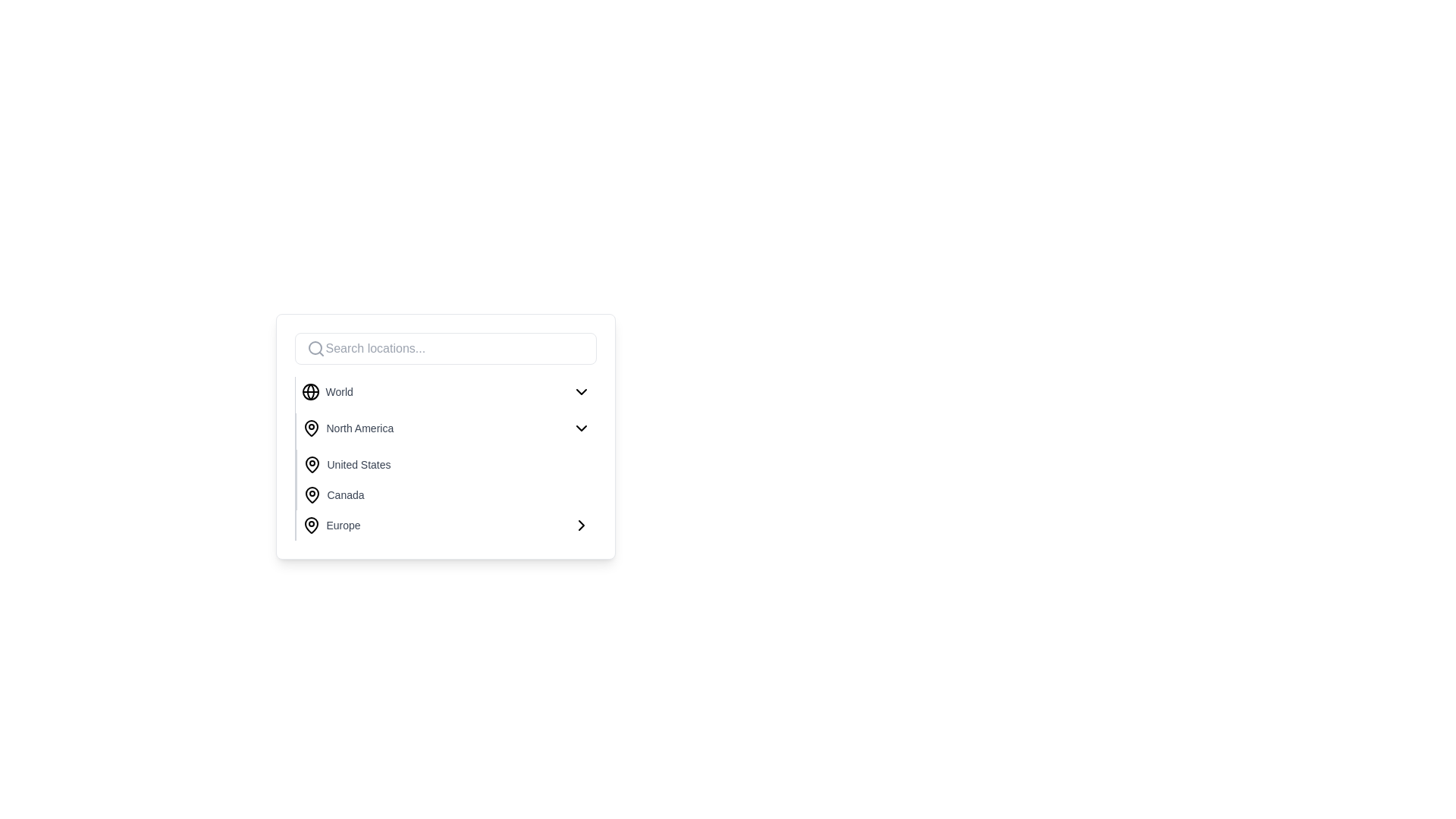  Describe the element at coordinates (347, 428) in the screenshot. I see `the 'North America' menu item, which is represented by a location pin icon followed by the text styled in gray, positioned as the second option in the dropdown under 'World'` at that location.